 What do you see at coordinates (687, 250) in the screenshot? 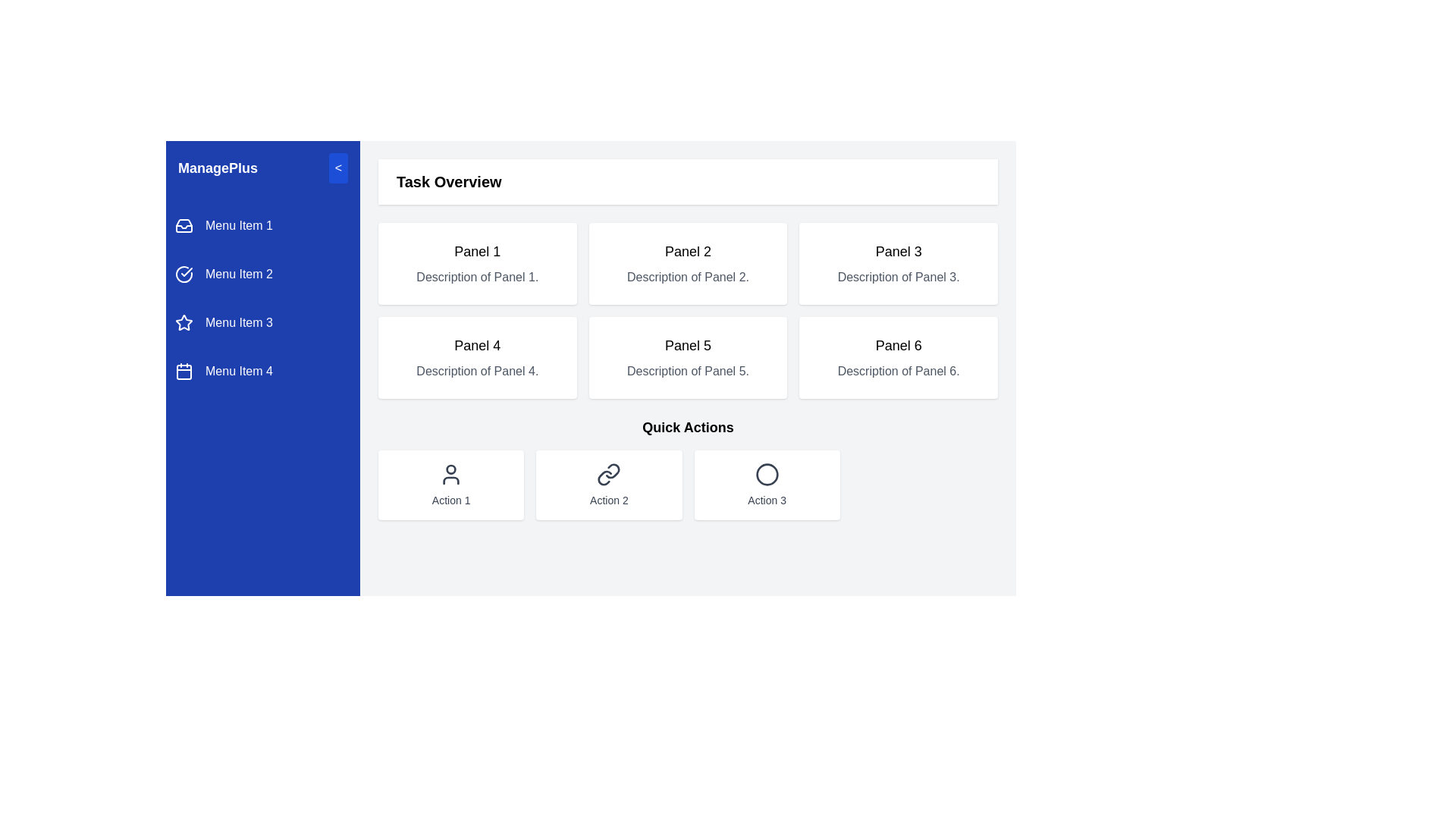
I see `the text label that serves as the title for 'Panel 2', which helps users identify the corresponding panel and its content` at bounding box center [687, 250].